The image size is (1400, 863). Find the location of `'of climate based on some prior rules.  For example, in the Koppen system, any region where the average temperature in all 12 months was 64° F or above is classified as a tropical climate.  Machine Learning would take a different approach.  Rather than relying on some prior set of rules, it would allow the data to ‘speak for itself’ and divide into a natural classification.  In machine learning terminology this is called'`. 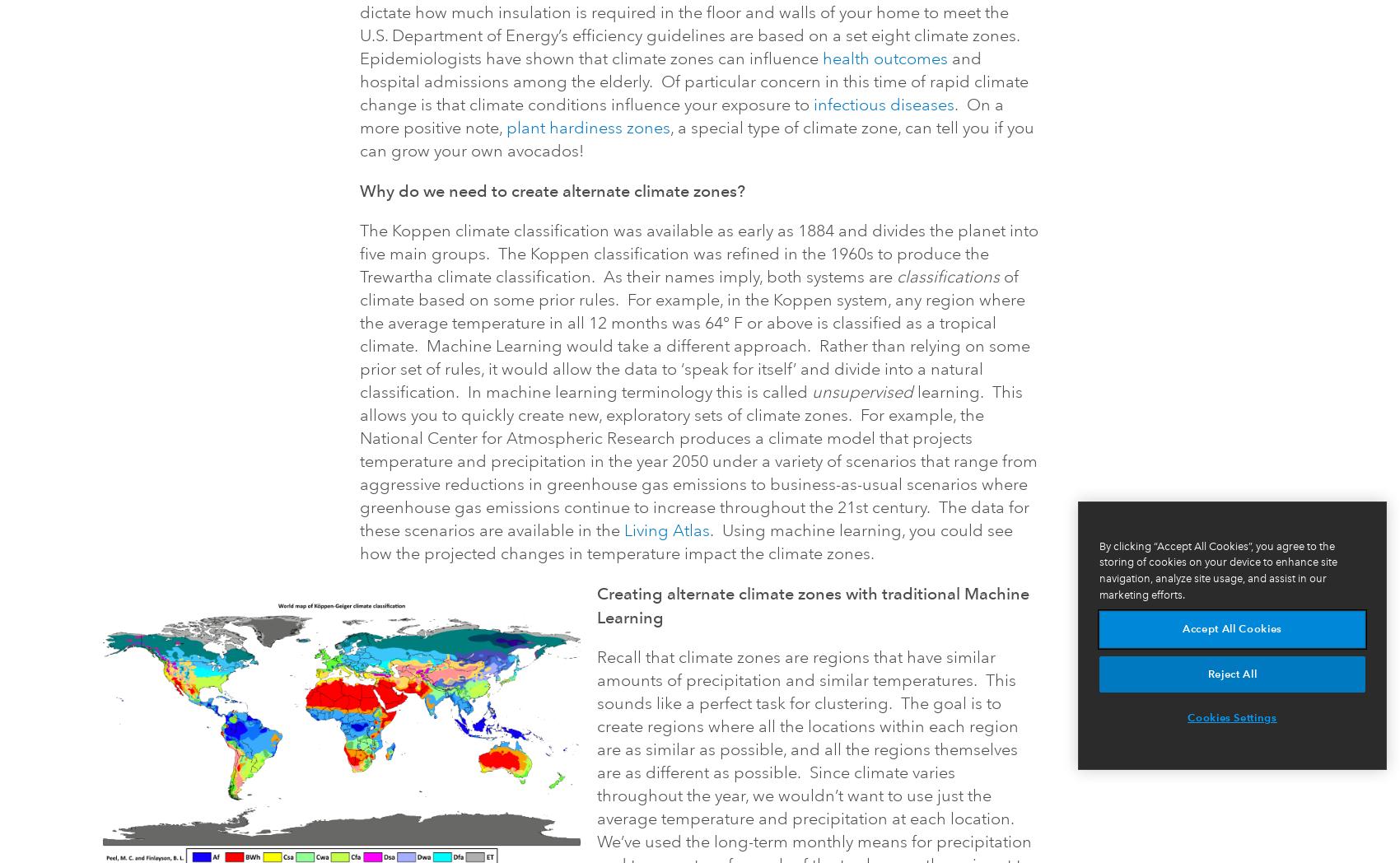

'of climate based on some prior rules.  For example, in the Koppen system, any region where the average temperature in all 12 months was 64° F or above is classified as a tropical climate.  Machine Learning would take a different approach.  Rather than relying on some prior set of rules, it would allow the data to ‘speak for itself’ and divide into a natural classification.  In machine learning terminology this is called' is located at coordinates (694, 334).